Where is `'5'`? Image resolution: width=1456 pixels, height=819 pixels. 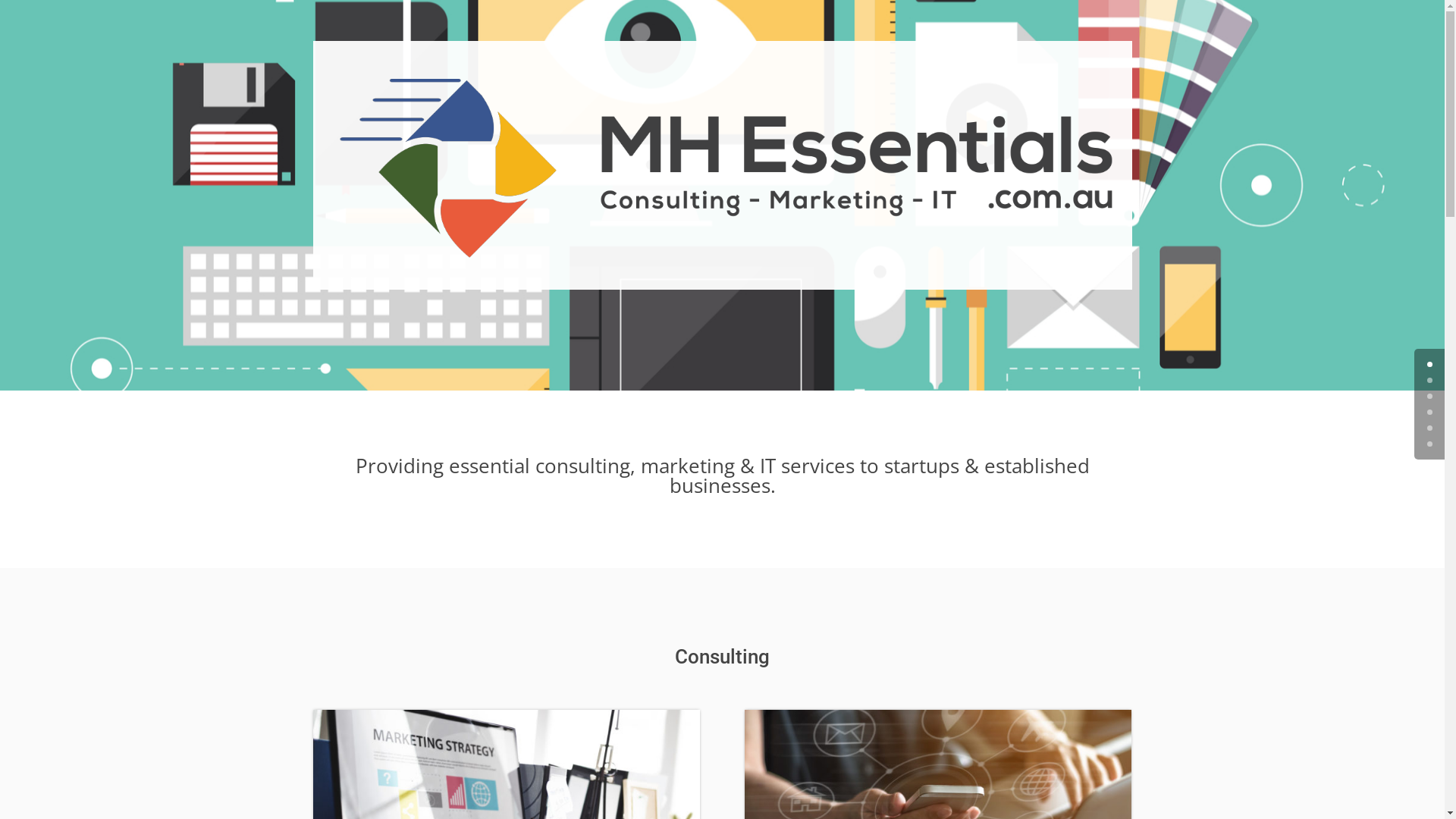 '5' is located at coordinates (1429, 444).